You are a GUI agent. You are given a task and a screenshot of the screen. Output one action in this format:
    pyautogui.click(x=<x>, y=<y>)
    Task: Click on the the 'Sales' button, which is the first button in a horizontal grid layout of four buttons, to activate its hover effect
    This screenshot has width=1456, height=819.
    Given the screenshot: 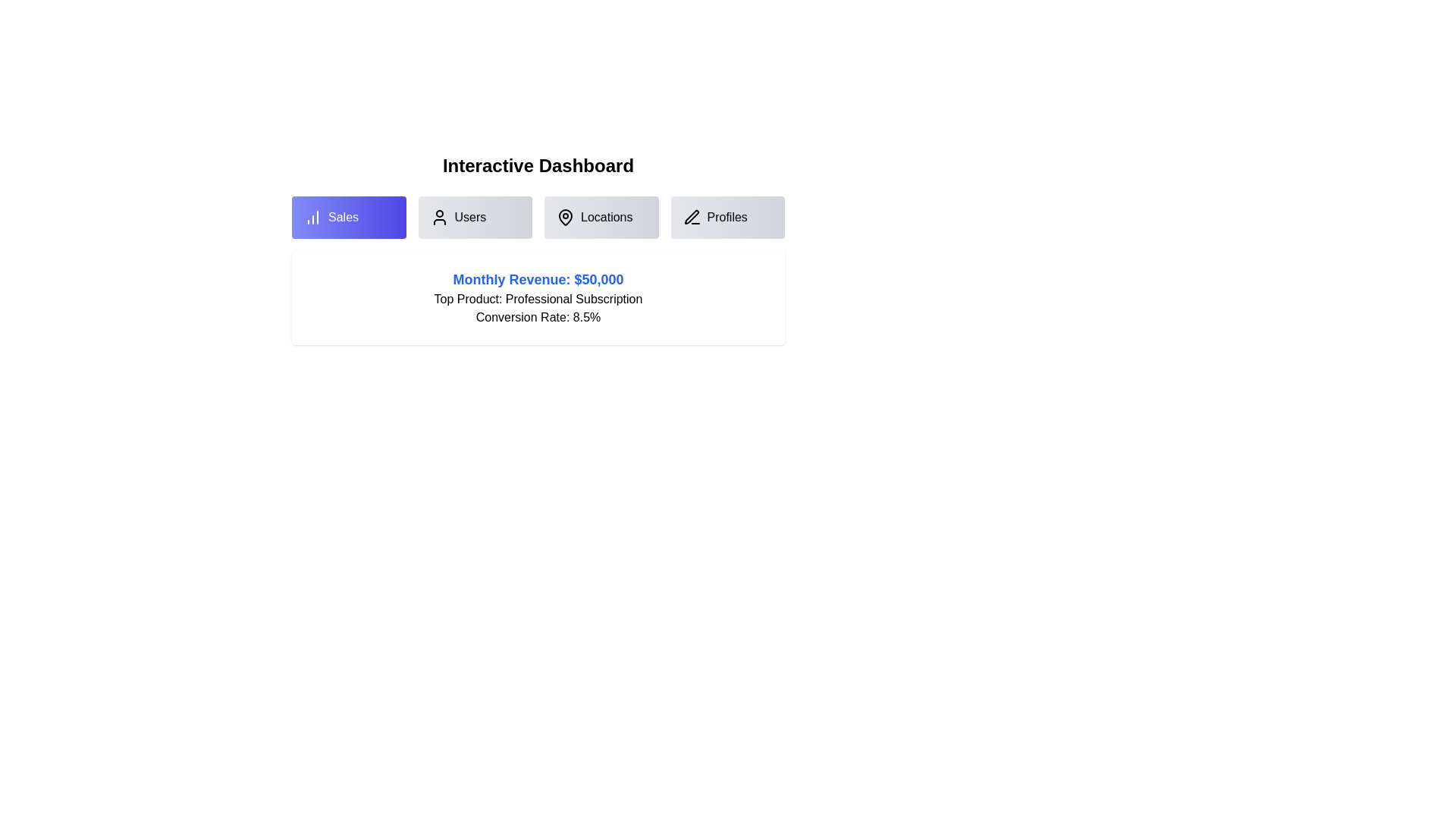 What is the action you would take?
    pyautogui.click(x=348, y=217)
    